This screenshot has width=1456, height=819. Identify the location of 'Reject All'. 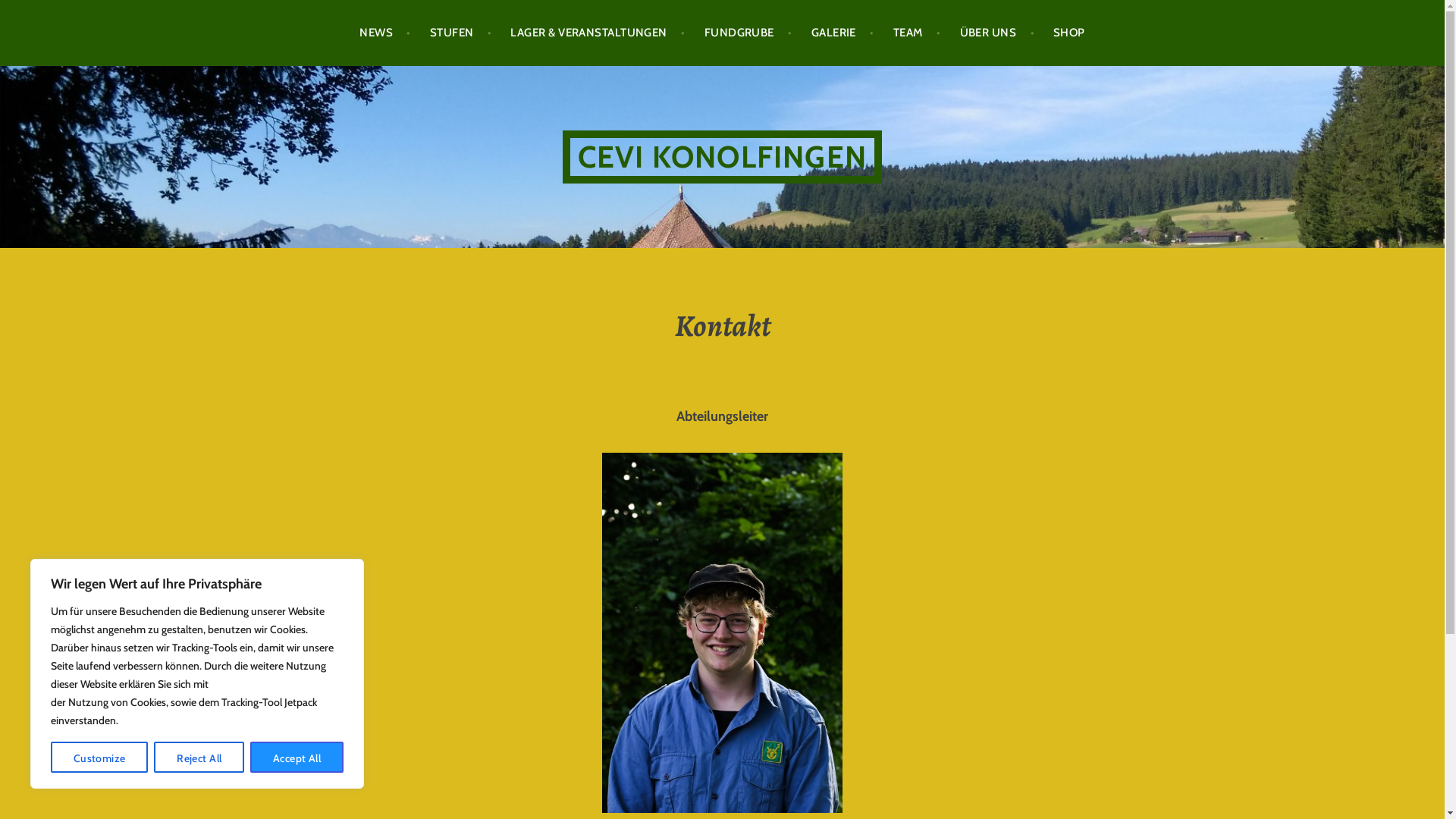
(153, 757).